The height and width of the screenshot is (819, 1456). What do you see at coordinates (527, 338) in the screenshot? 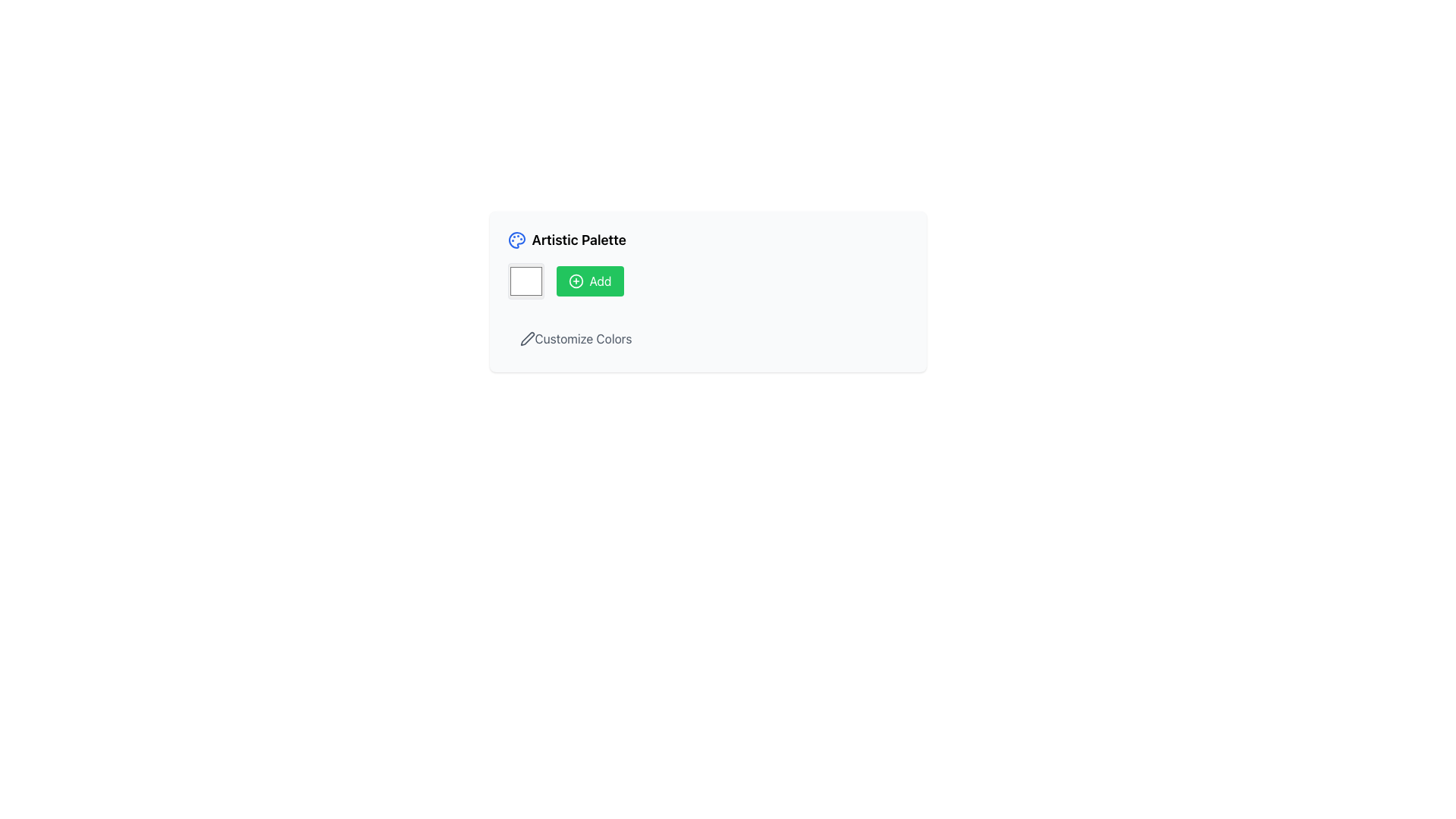
I see `the icon that represents customizing or editing colors, which is located to the left of the 'Customize Colors' text label at the lower section of the interface` at bounding box center [527, 338].